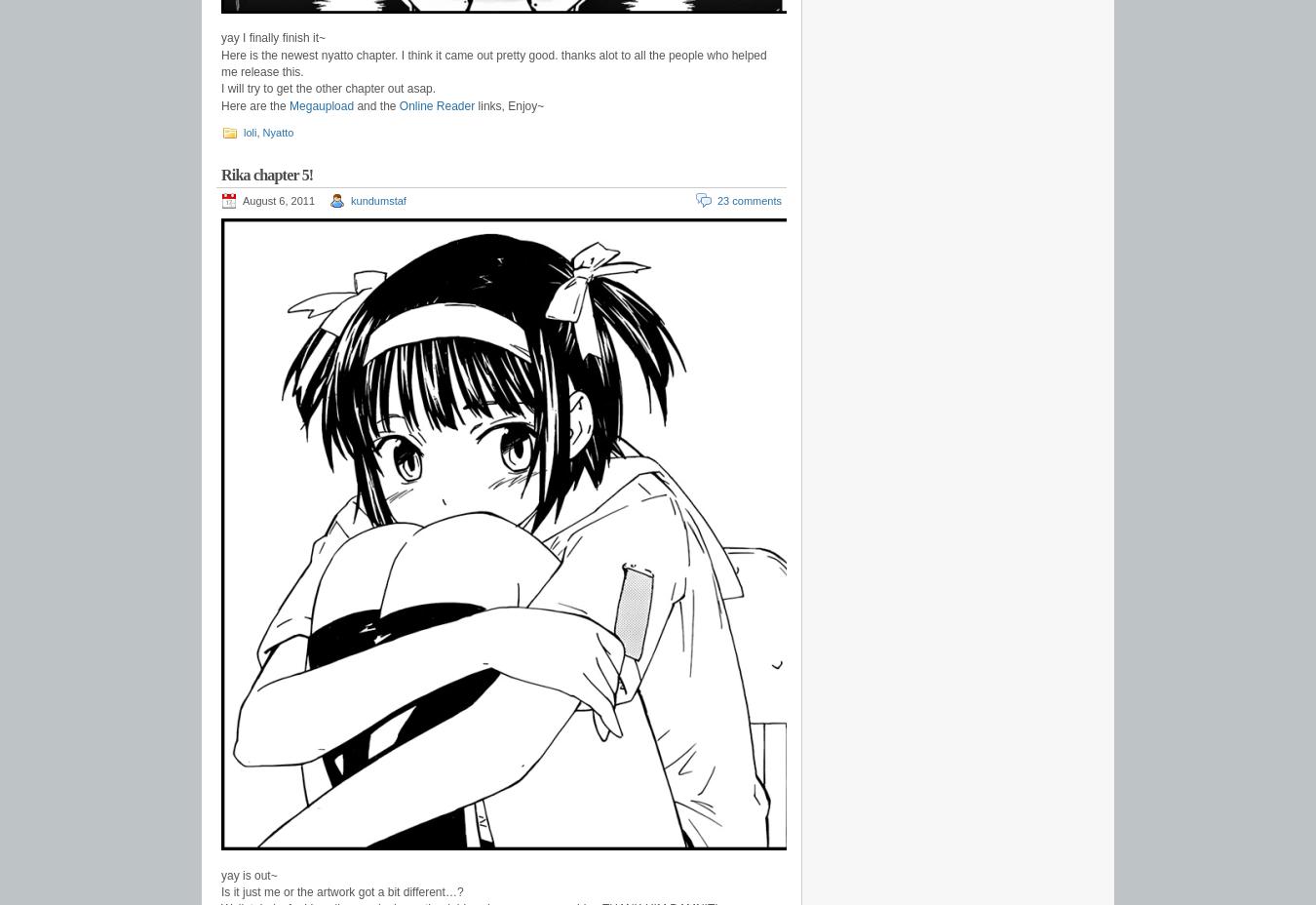 This screenshot has width=1316, height=905. What do you see at coordinates (248, 875) in the screenshot?
I see `'yay is out~'` at bounding box center [248, 875].